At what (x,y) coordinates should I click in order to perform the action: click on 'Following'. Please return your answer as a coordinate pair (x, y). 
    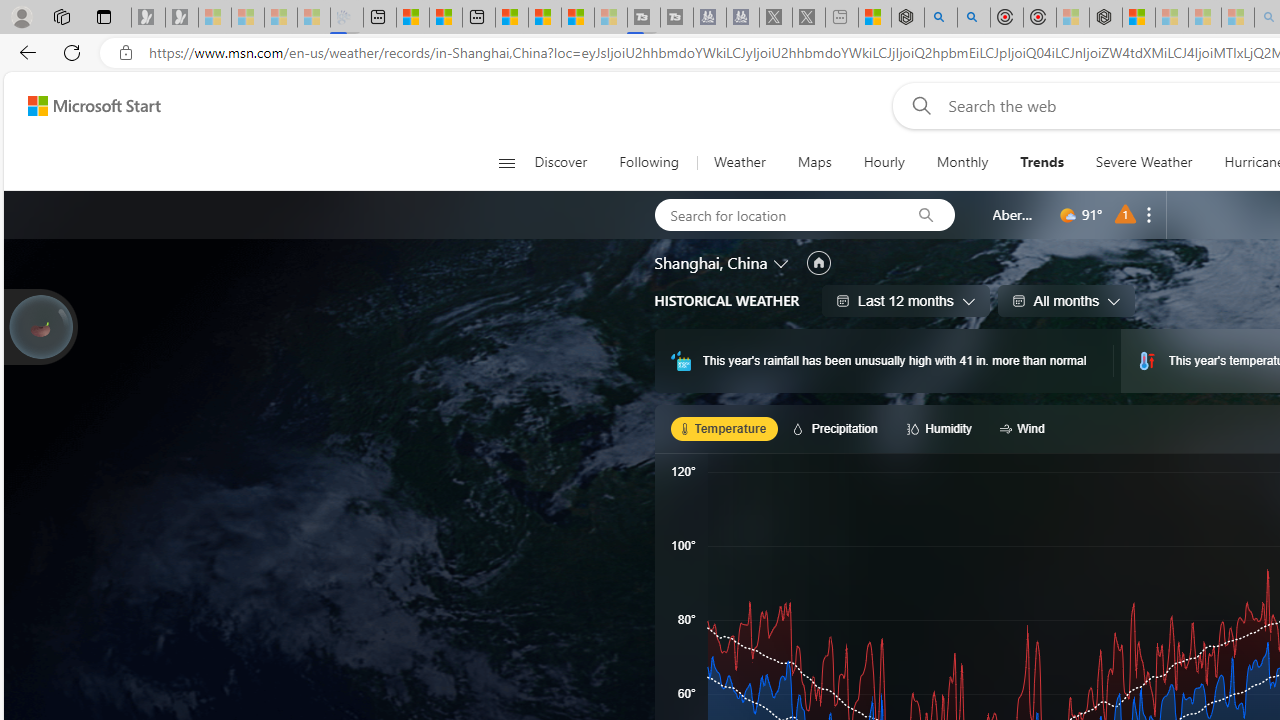
    Looking at the image, I should click on (650, 162).